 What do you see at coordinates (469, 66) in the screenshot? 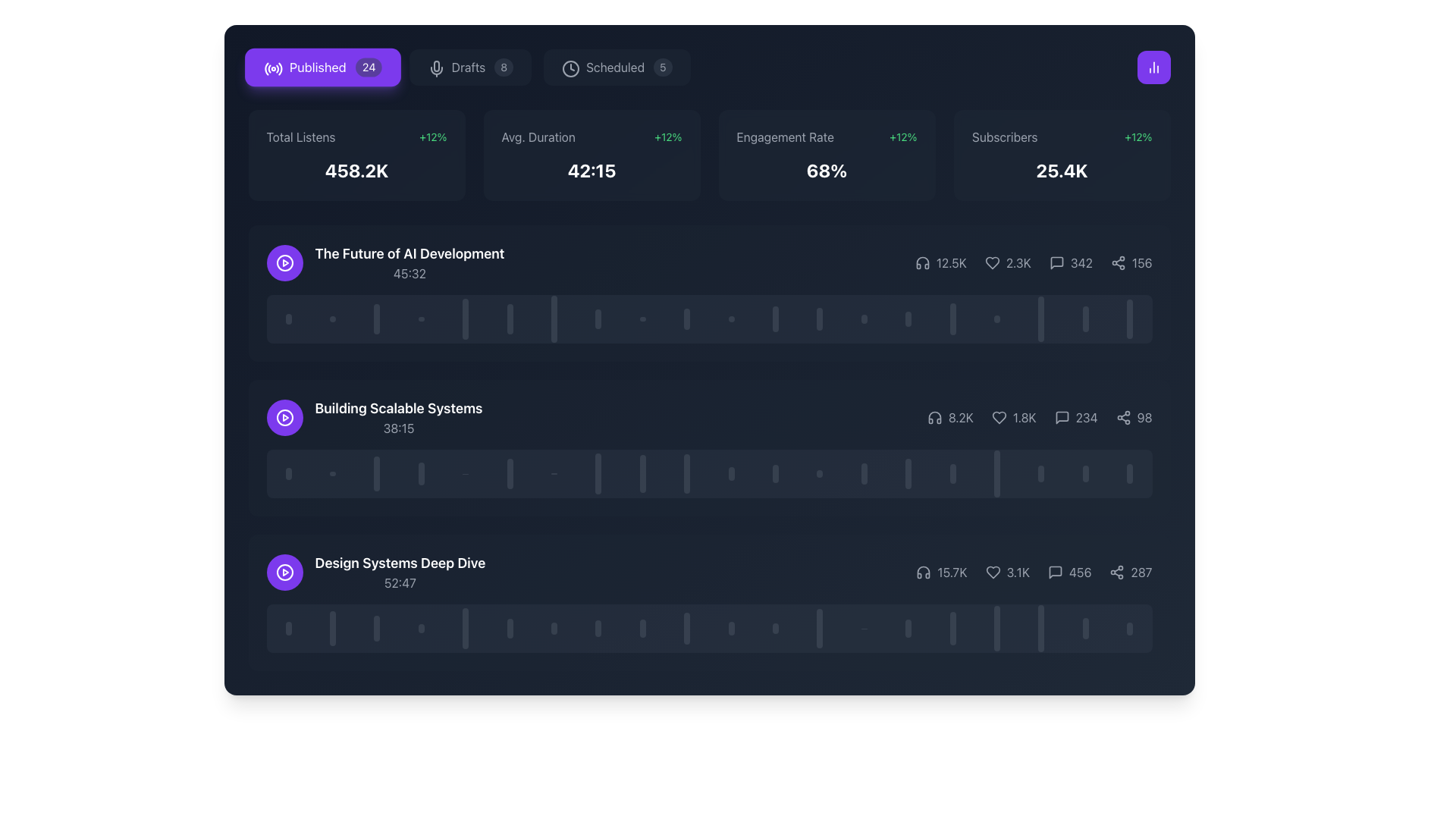
I see `the button featuring a microphone icon and the label 'Drafts' with the number '8' in a badge` at bounding box center [469, 66].